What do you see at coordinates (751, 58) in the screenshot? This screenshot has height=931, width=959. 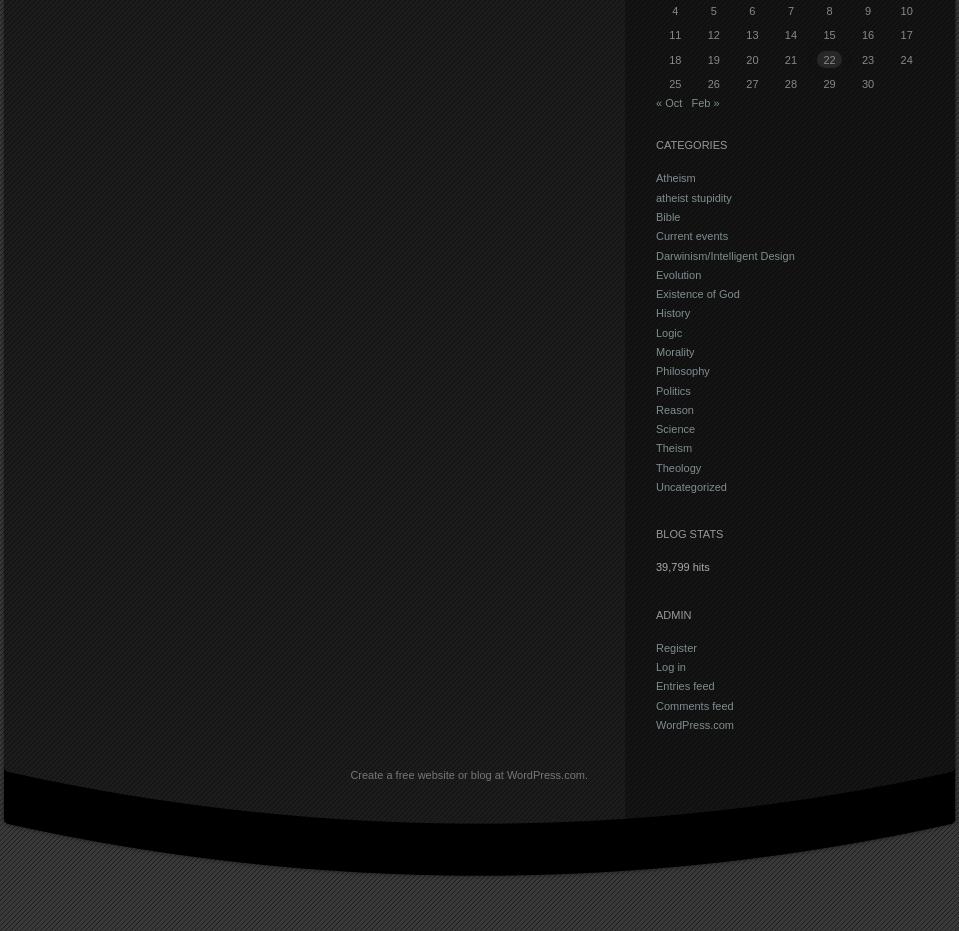 I see `'20'` at bounding box center [751, 58].